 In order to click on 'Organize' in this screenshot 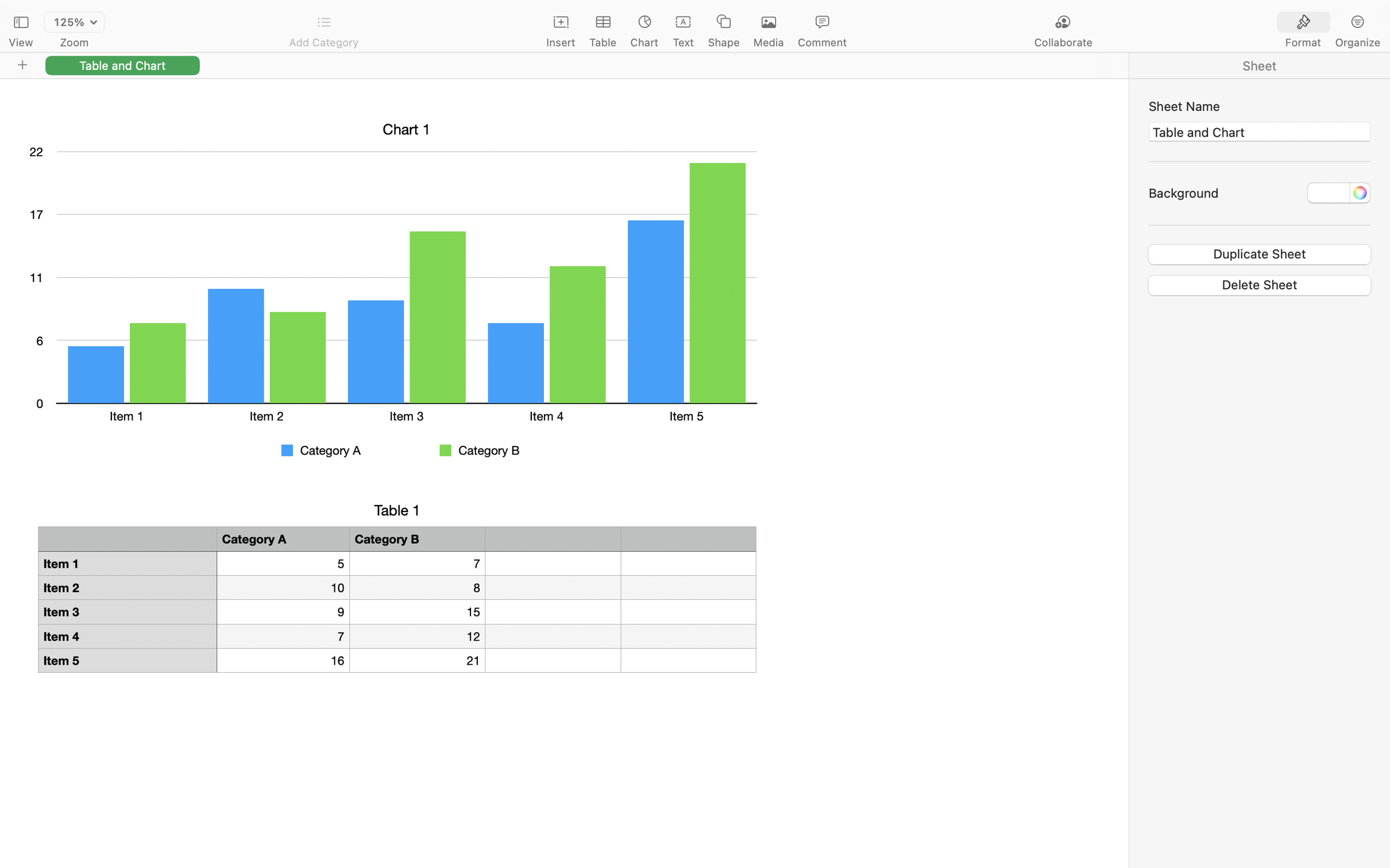, I will do `click(1357, 42)`.